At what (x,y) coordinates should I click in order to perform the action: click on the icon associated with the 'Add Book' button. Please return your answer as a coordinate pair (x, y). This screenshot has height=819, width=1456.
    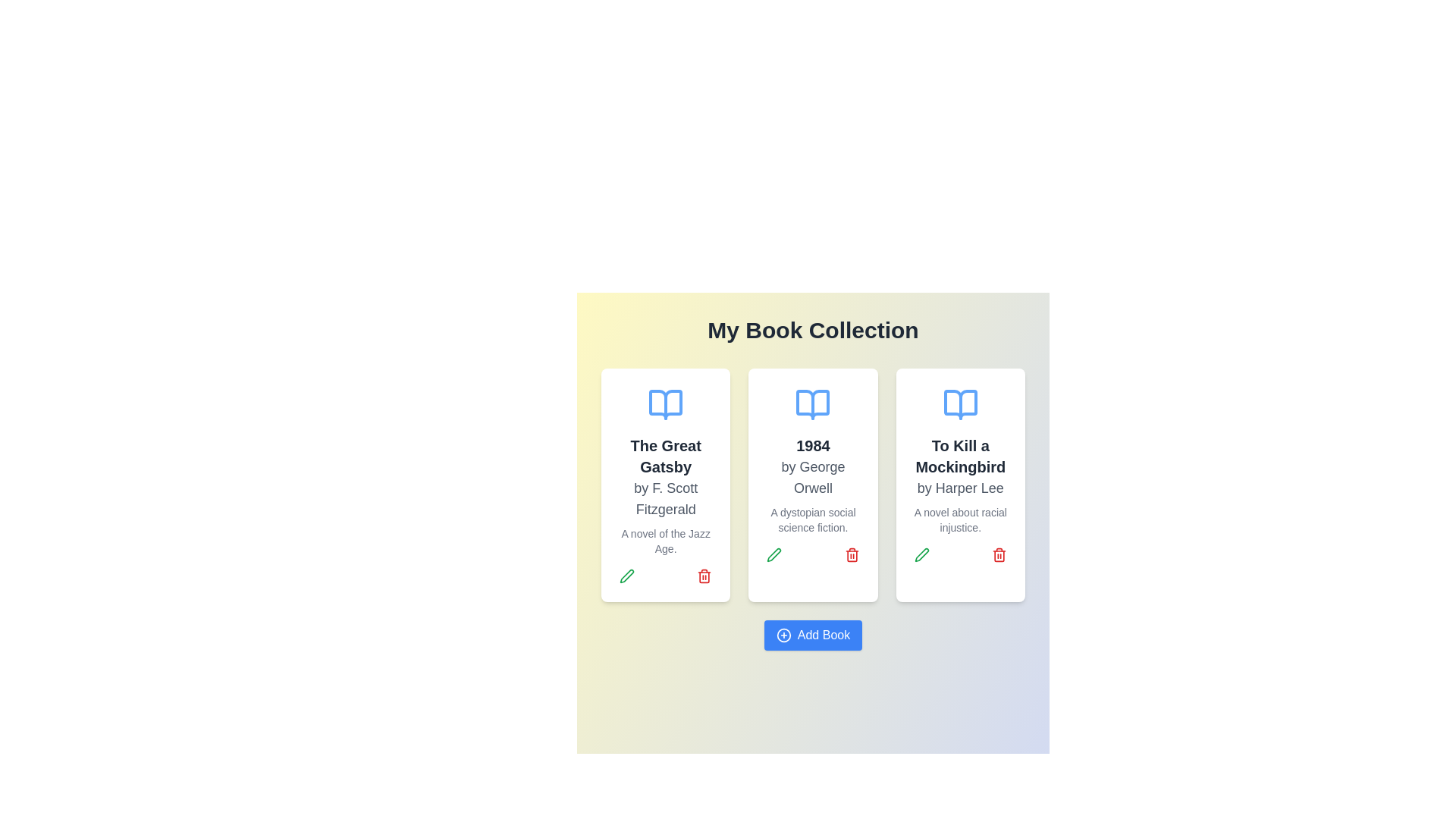
    Looking at the image, I should click on (783, 635).